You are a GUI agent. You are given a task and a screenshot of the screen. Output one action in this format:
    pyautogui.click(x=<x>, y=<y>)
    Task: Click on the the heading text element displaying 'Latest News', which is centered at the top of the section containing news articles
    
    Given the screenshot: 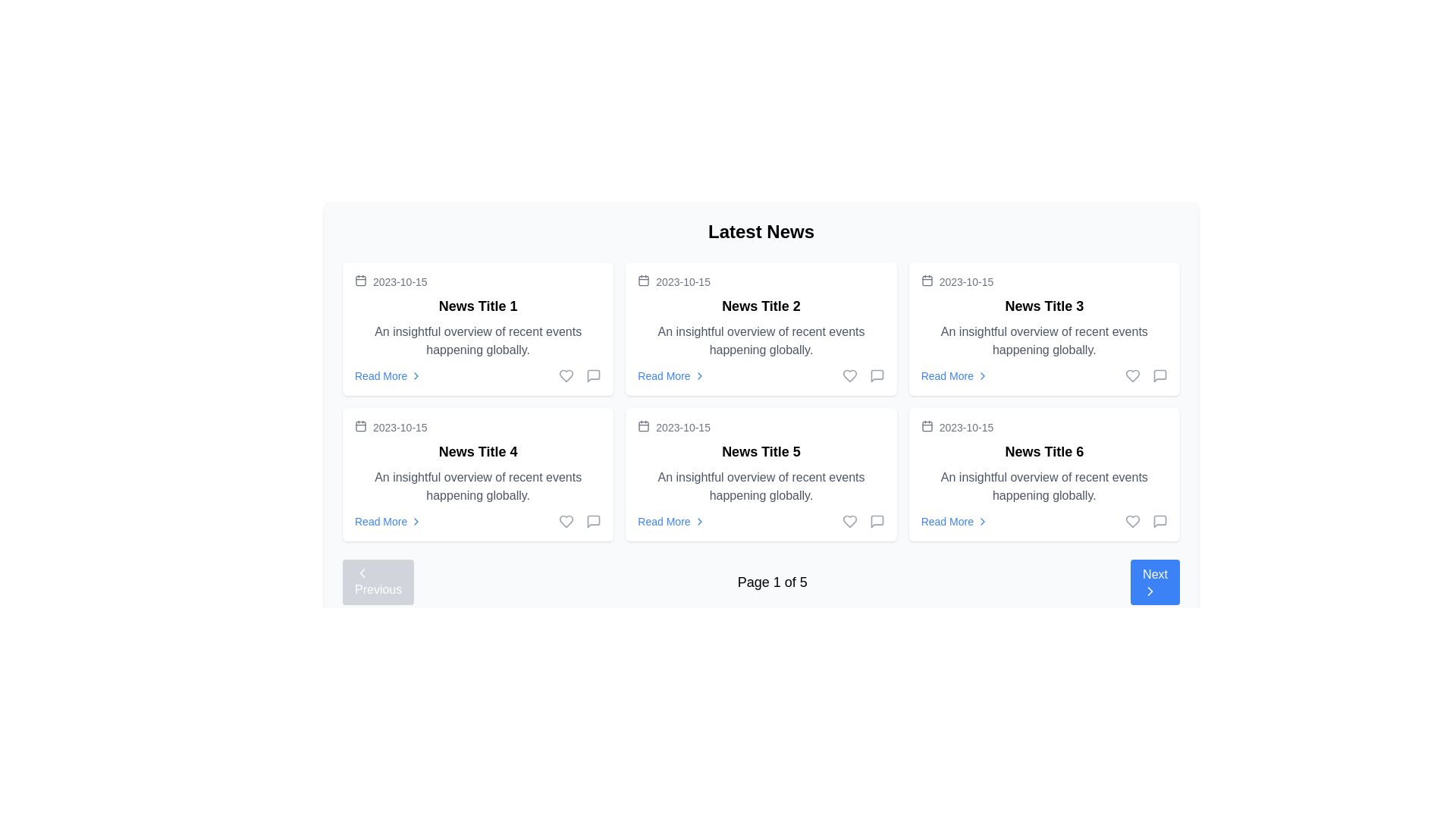 What is the action you would take?
    pyautogui.click(x=761, y=231)
    